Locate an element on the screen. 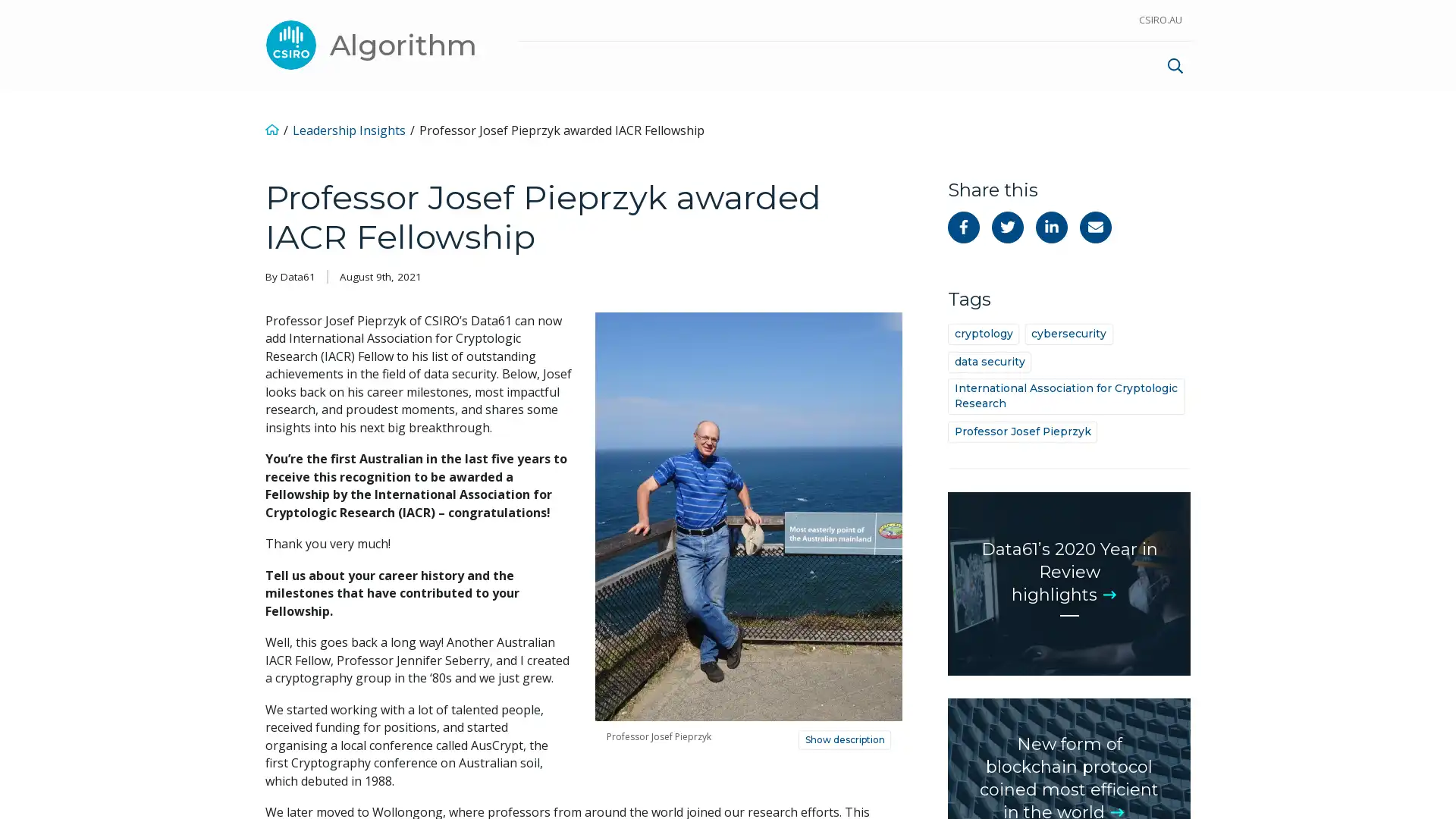  Show submenu is located at coordinates (1050, 63).